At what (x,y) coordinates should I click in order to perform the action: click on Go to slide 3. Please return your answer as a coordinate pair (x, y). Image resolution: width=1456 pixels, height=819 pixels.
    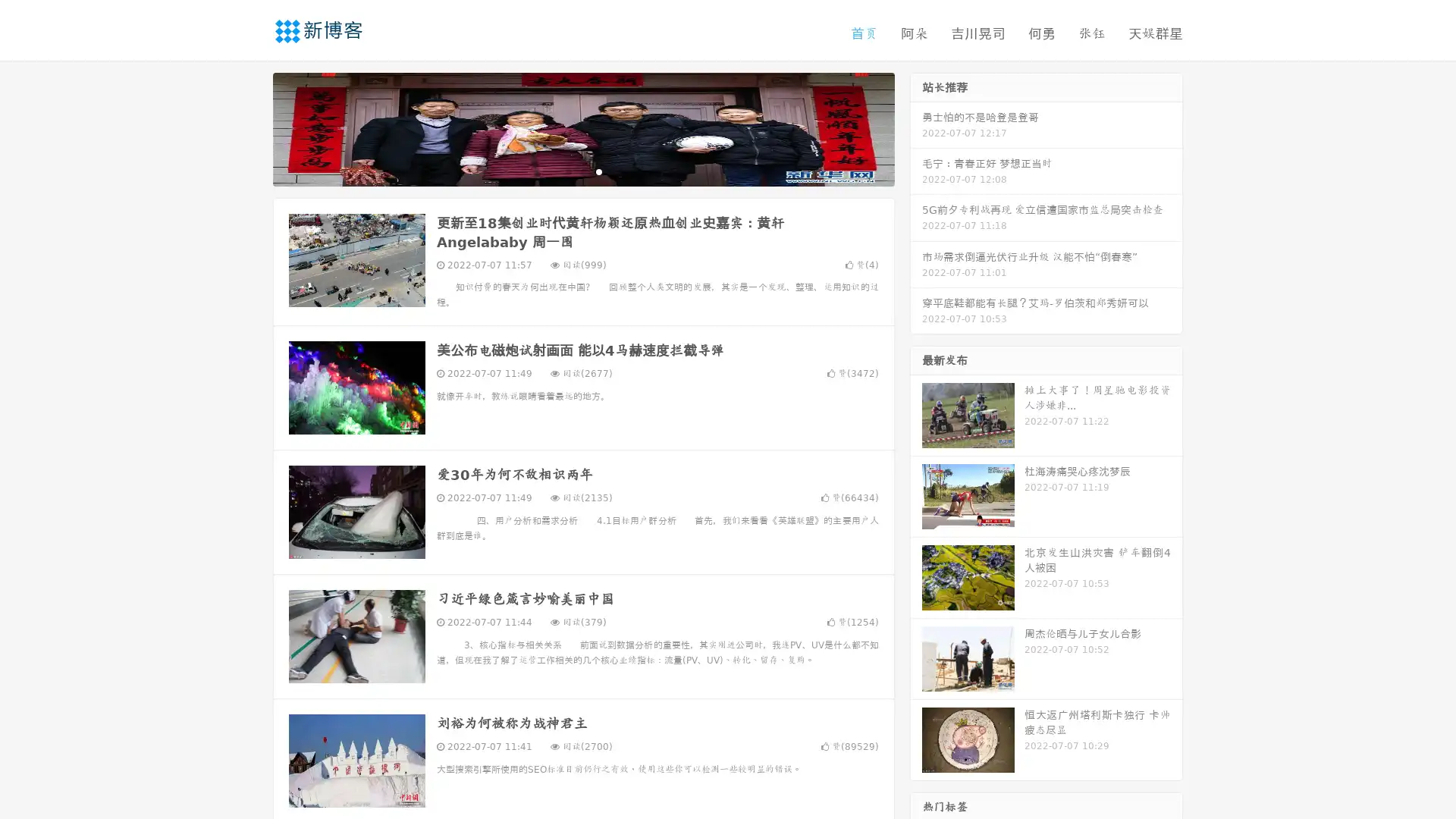
    Looking at the image, I should click on (598, 171).